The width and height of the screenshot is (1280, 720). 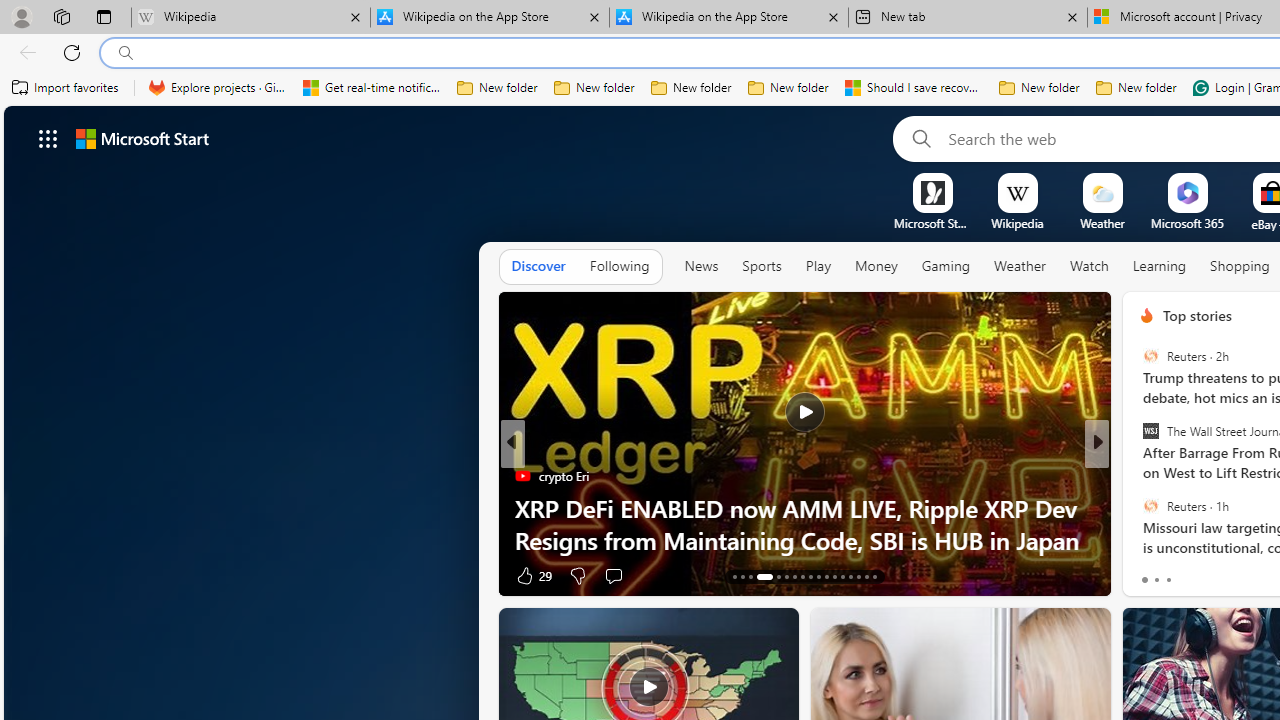 What do you see at coordinates (249, 17) in the screenshot?
I see `'Wikipedia - Sleeping'` at bounding box center [249, 17].